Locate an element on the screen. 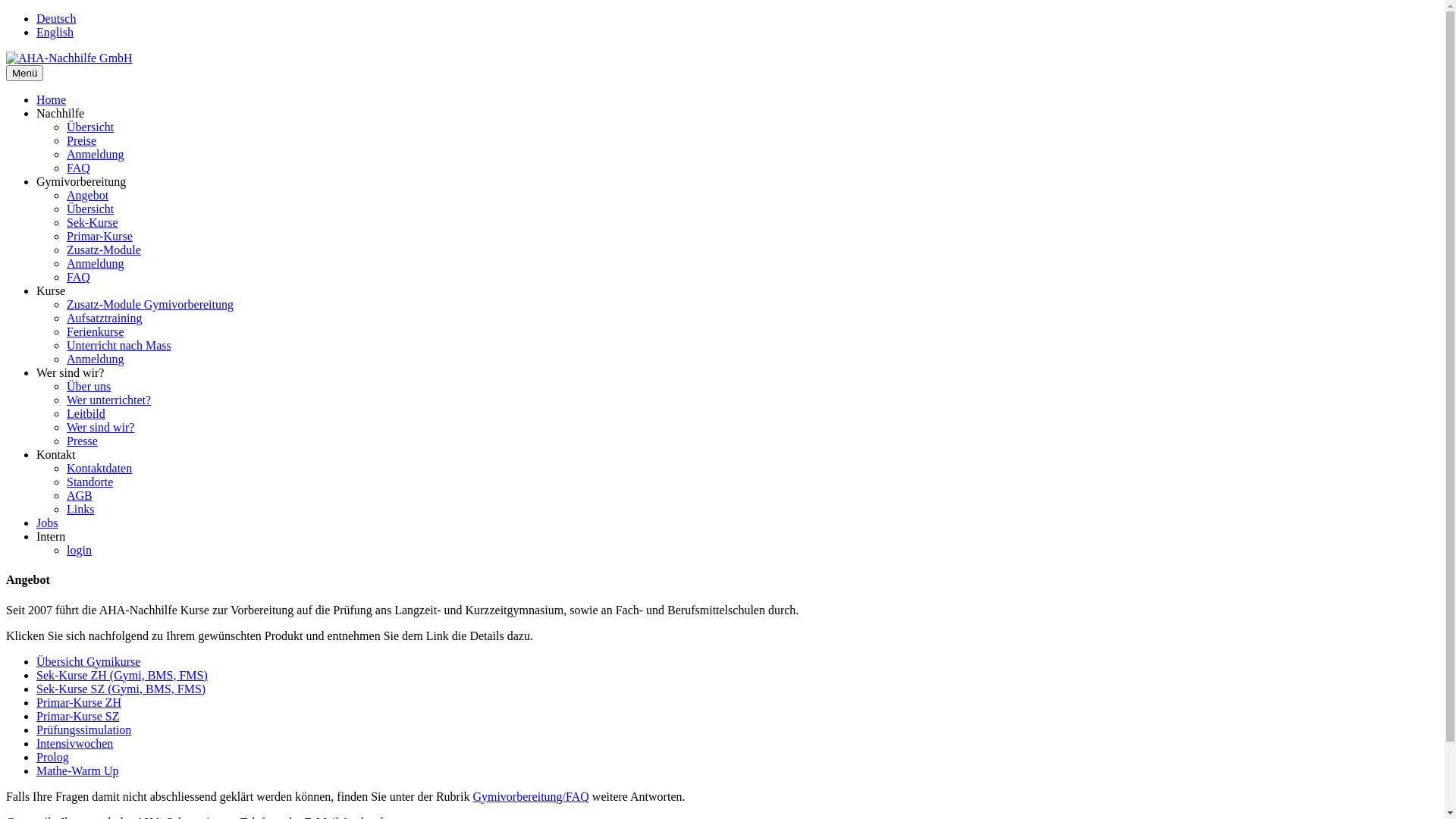 The height and width of the screenshot is (819, 1456). 'Jobs' is located at coordinates (47, 522).